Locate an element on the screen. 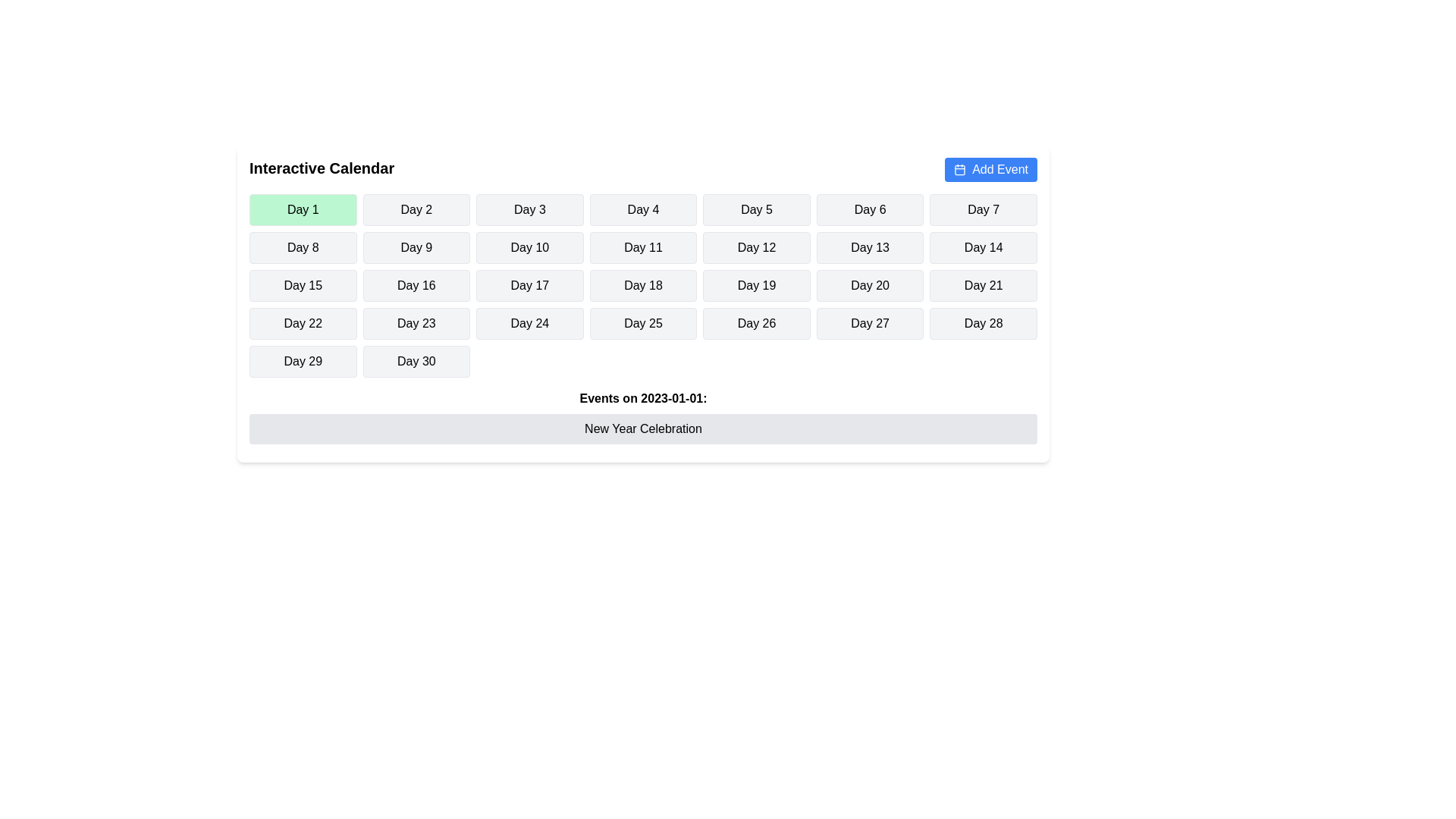 The image size is (1456, 819). the rectangular button labeled 'Day 26' in the interactive calendar grid is located at coordinates (757, 323).